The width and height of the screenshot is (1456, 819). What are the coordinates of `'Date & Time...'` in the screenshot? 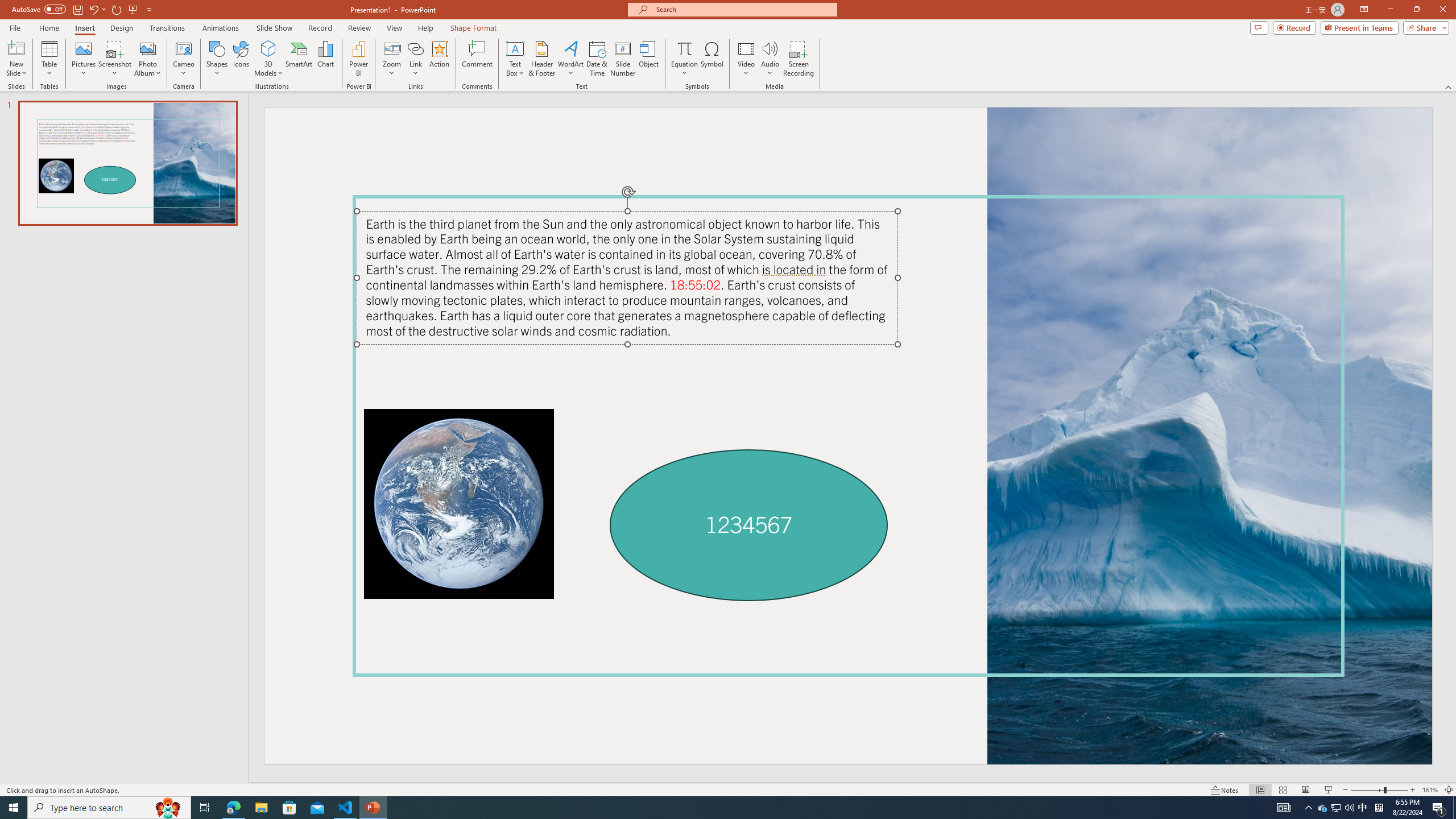 It's located at (596, 59).